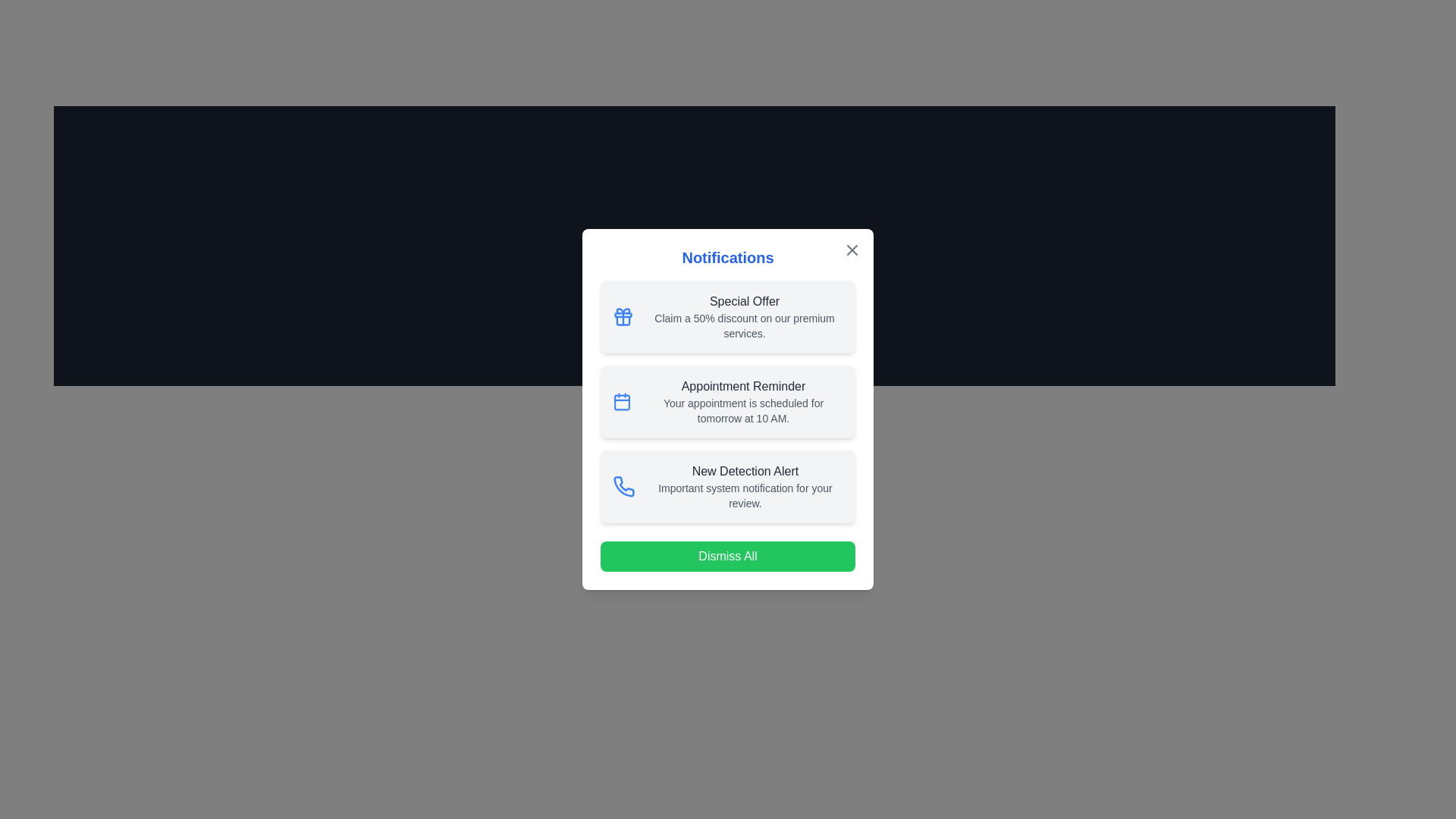 This screenshot has height=819, width=1456. What do you see at coordinates (745, 325) in the screenshot?
I see `the informational text label located under the 'Special Offer' heading in the notification popup, which provides additional content to the user` at bounding box center [745, 325].